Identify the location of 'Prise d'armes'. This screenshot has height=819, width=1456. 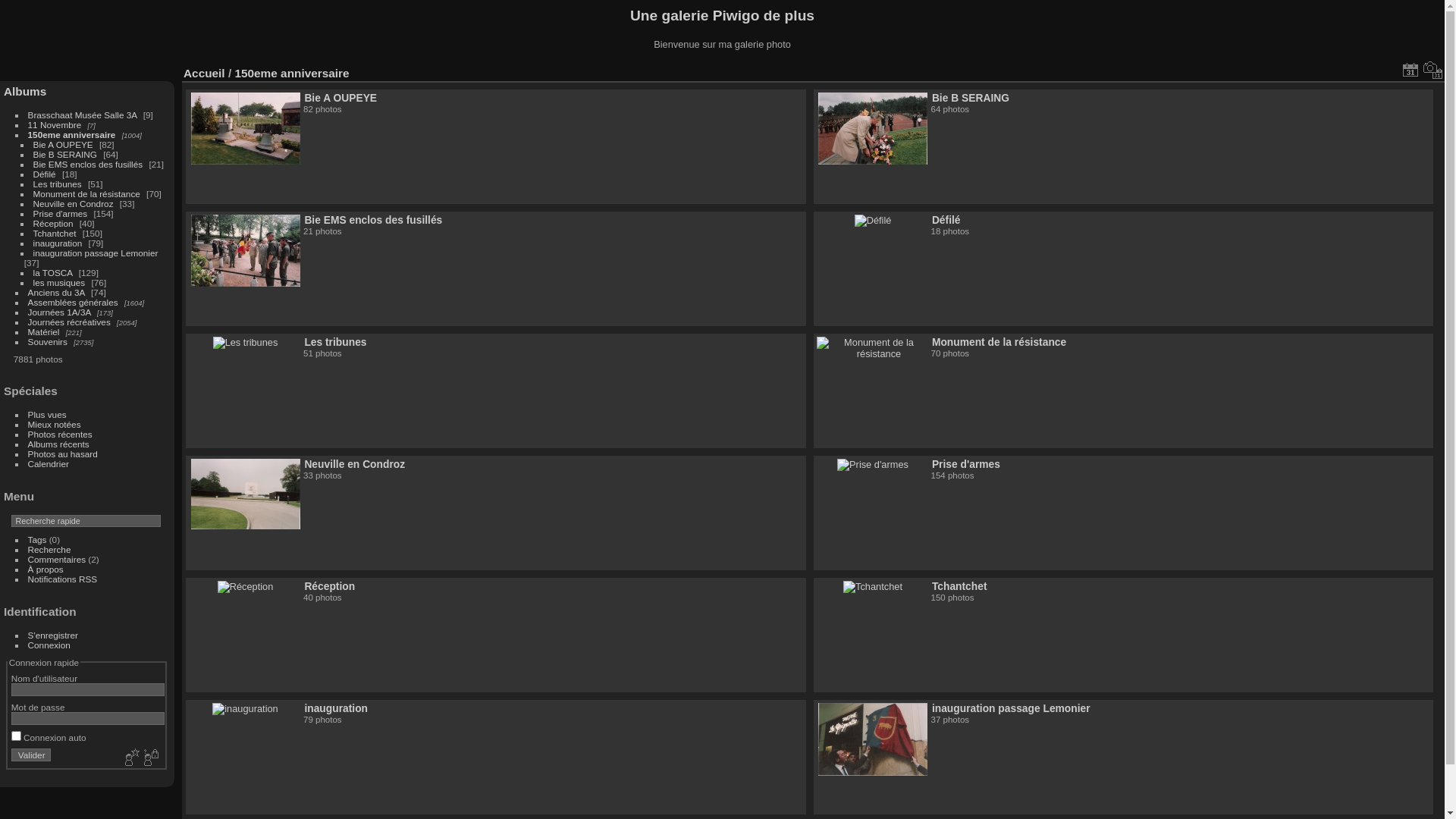
(965, 463).